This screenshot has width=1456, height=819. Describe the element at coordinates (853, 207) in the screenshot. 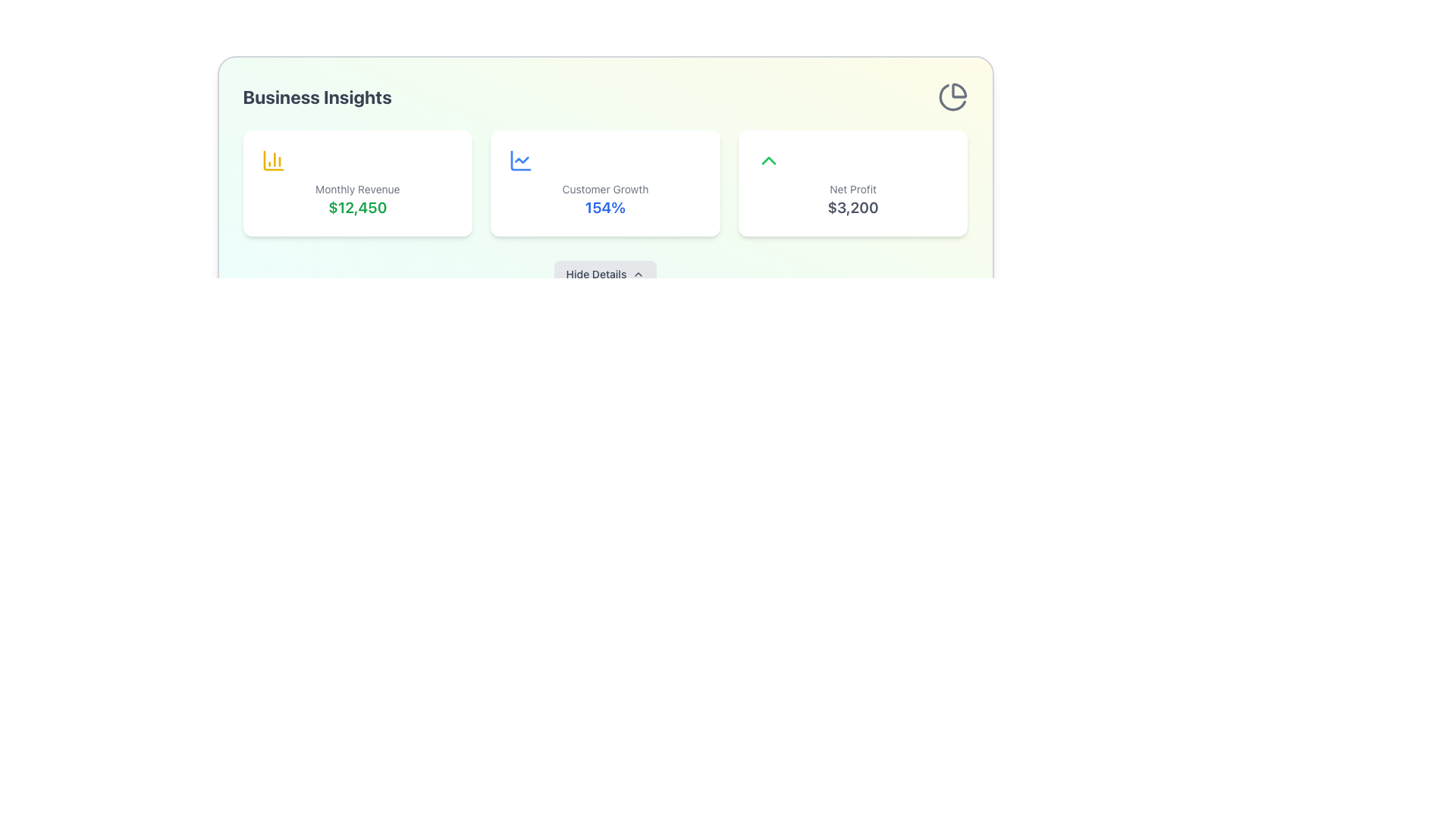

I see `the text display showing '$3,200', which is styled in a larger, bold, gray font and located in the 'Business Insights' section beneath the 'Net Profit' label and a green upward arrow icon` at that location.